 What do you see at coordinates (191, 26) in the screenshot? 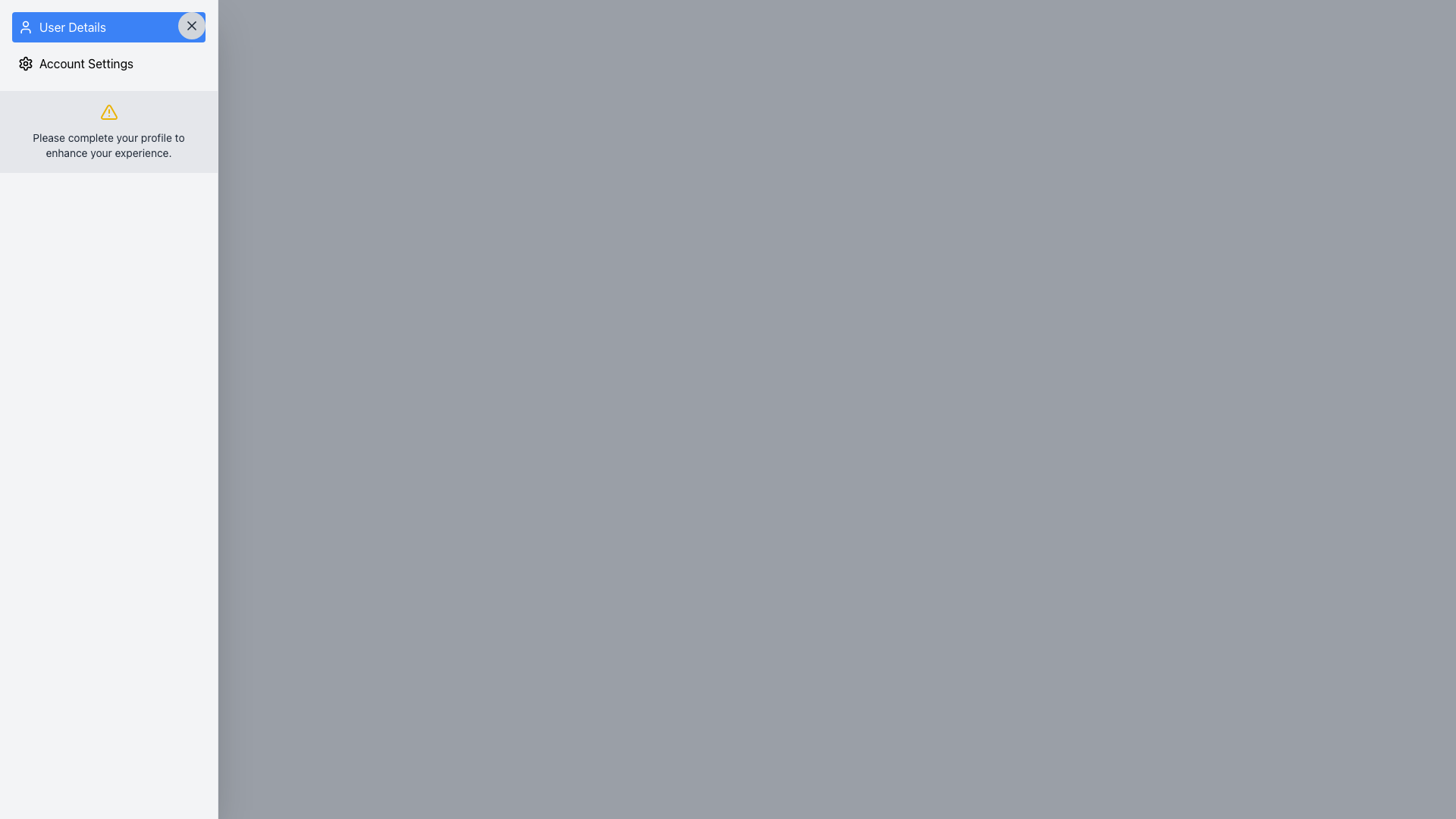
I see `the close button located in the top-right corner of the 'User Details' section` at bounding box center [191, 26].